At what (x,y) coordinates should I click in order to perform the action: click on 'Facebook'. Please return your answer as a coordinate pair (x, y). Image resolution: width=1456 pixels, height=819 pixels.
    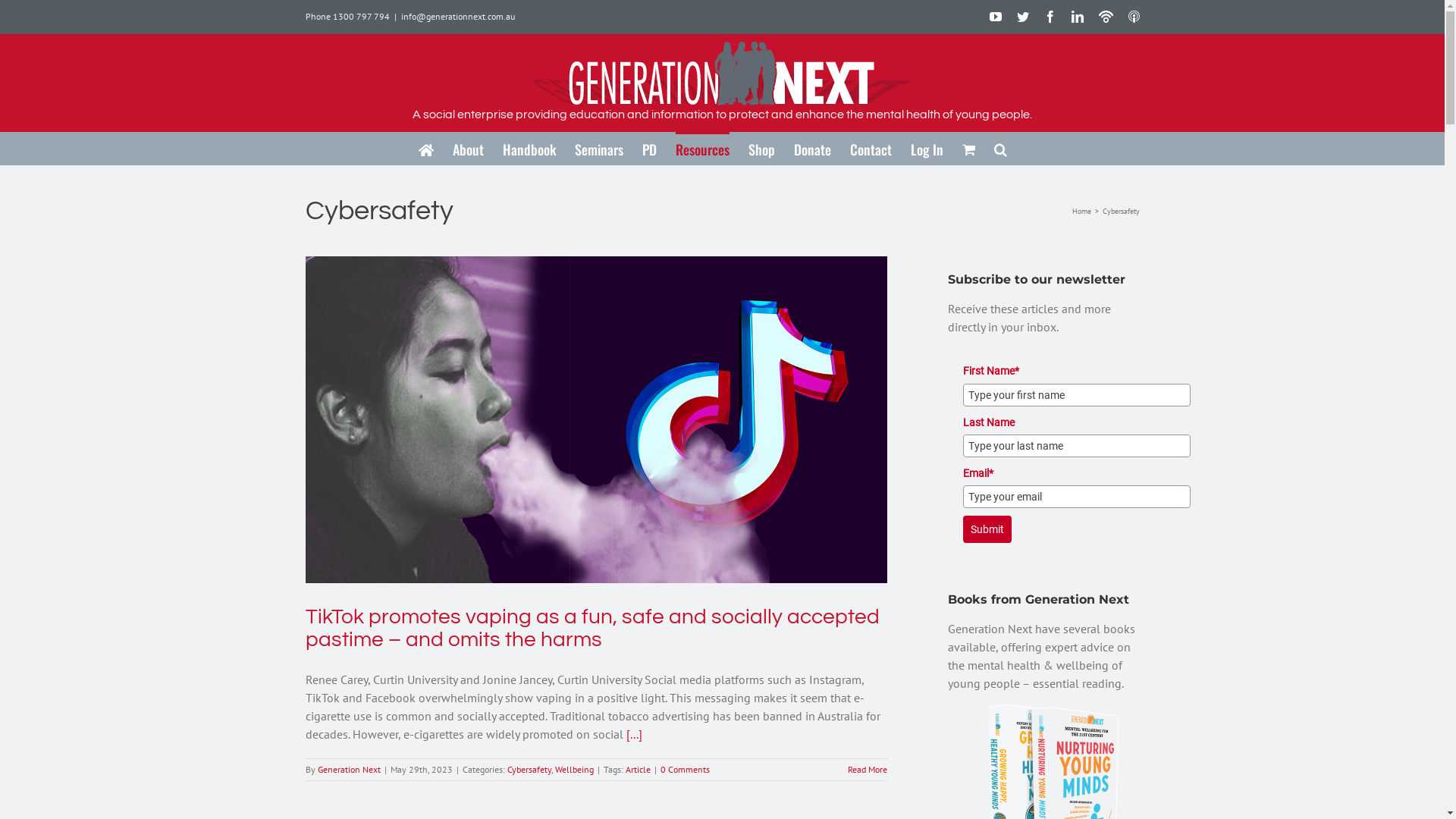
    Looking at the image, I should click on (1050, 17).